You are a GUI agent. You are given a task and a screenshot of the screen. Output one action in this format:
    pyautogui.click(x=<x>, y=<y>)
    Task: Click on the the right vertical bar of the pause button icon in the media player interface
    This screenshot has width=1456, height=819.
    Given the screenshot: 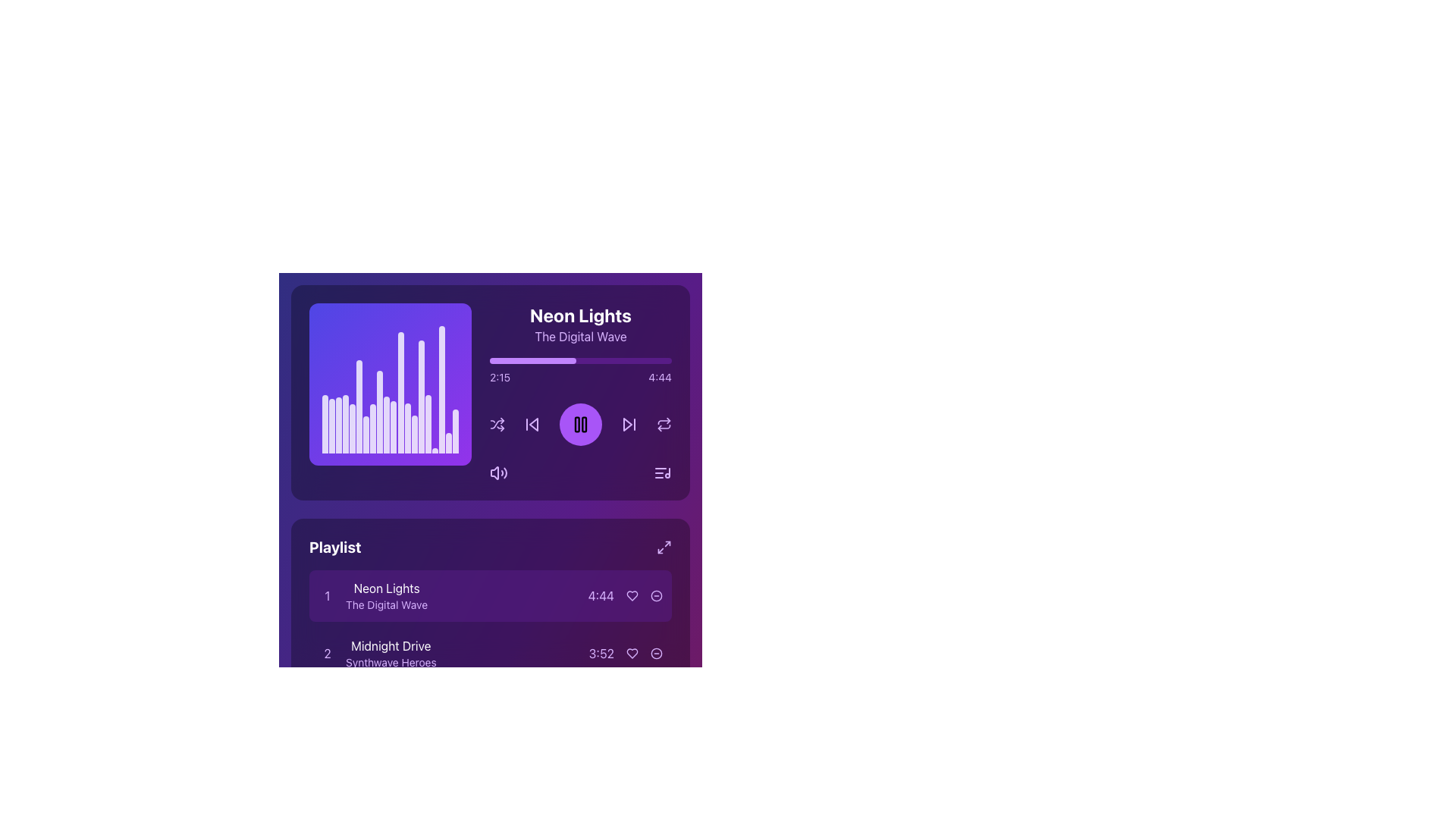 What is the action you would take?
    pyautogui.click(x=583, y=424)
    